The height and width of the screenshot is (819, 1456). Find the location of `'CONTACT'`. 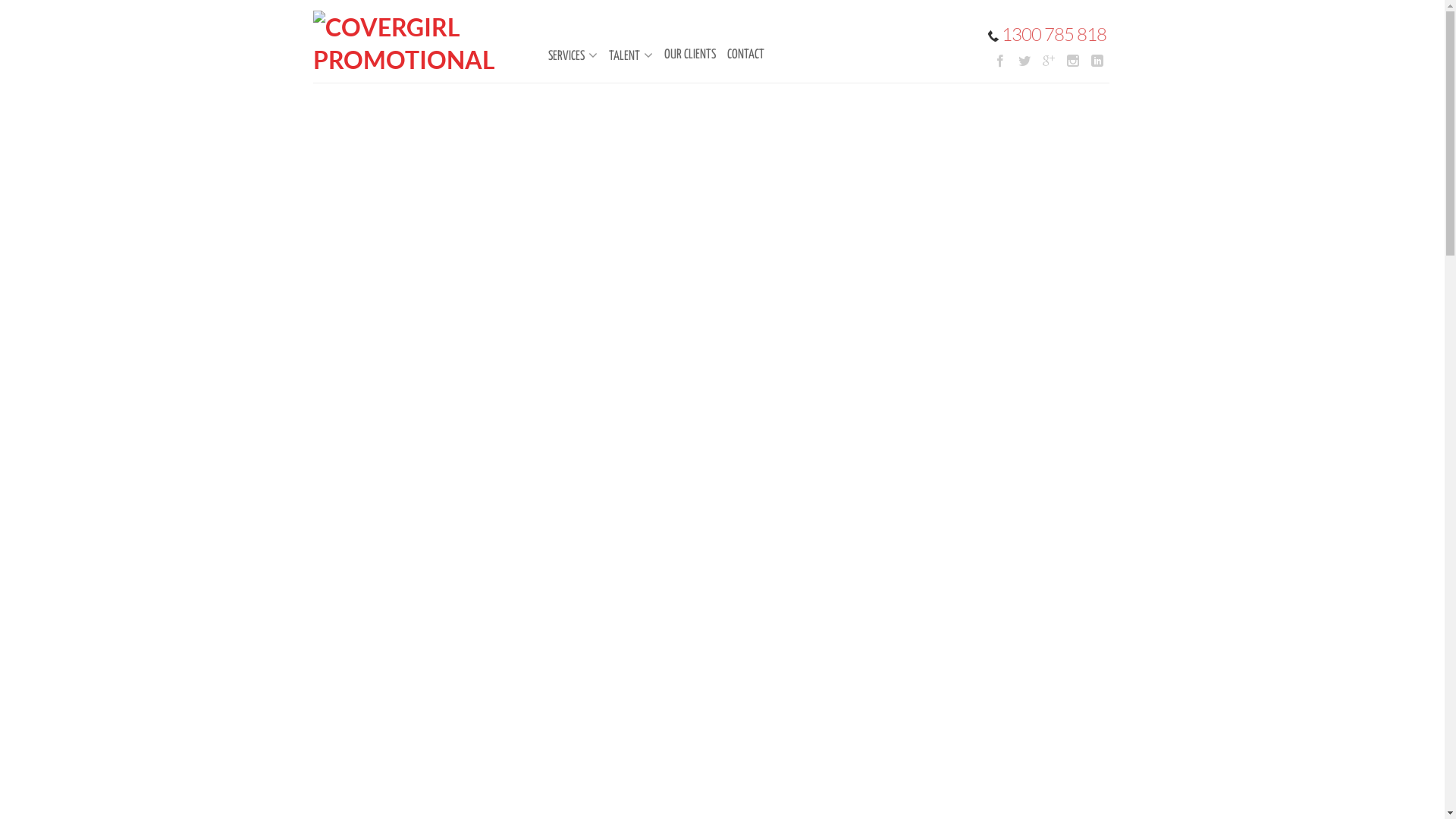

'CONTACT' is located at coordinates (710, 54).